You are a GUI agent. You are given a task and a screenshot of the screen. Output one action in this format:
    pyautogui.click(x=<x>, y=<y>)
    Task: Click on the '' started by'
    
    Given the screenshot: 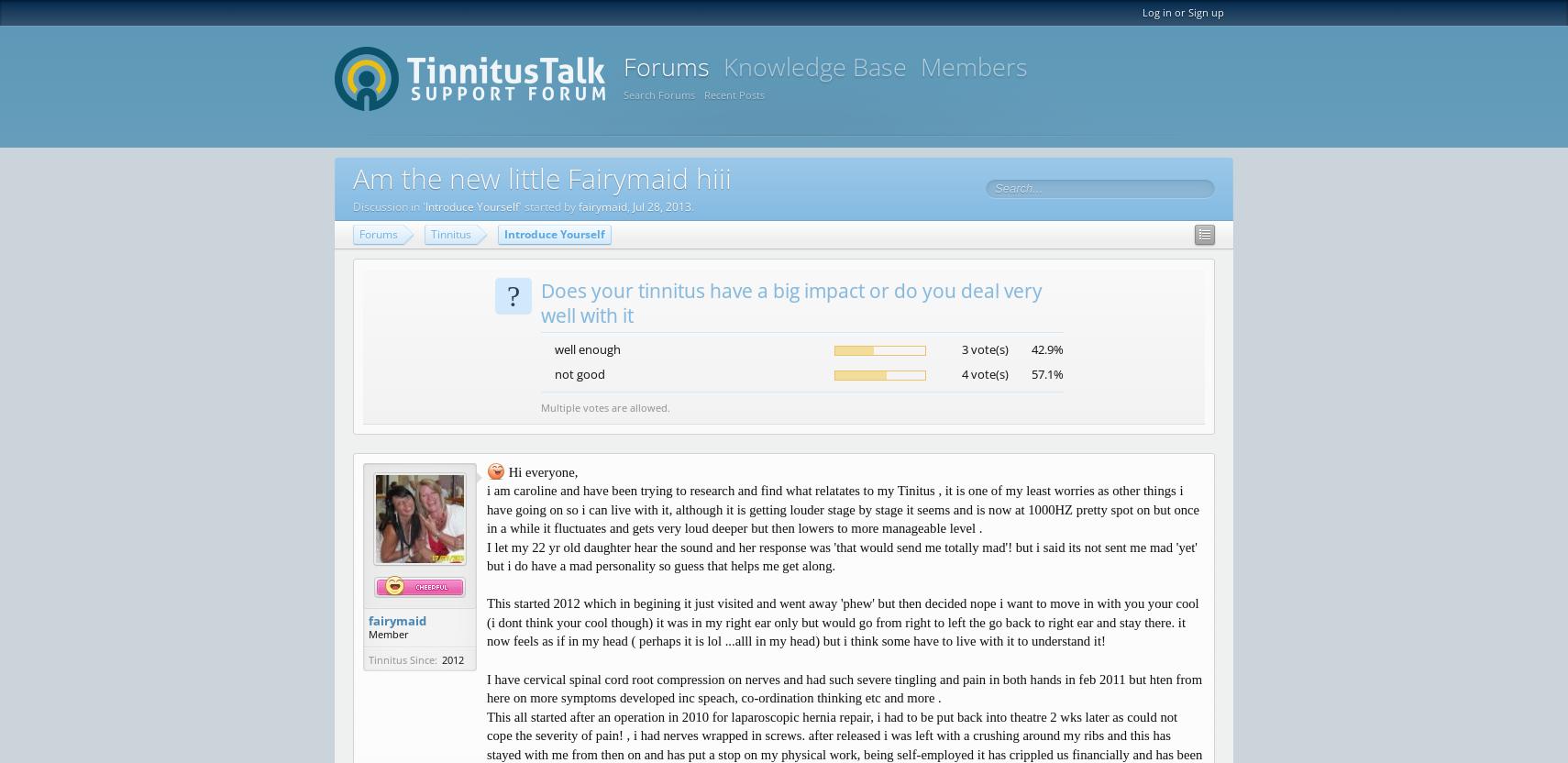 What is the action you would take?
    pyautogui.click(x=548, y=206)
    